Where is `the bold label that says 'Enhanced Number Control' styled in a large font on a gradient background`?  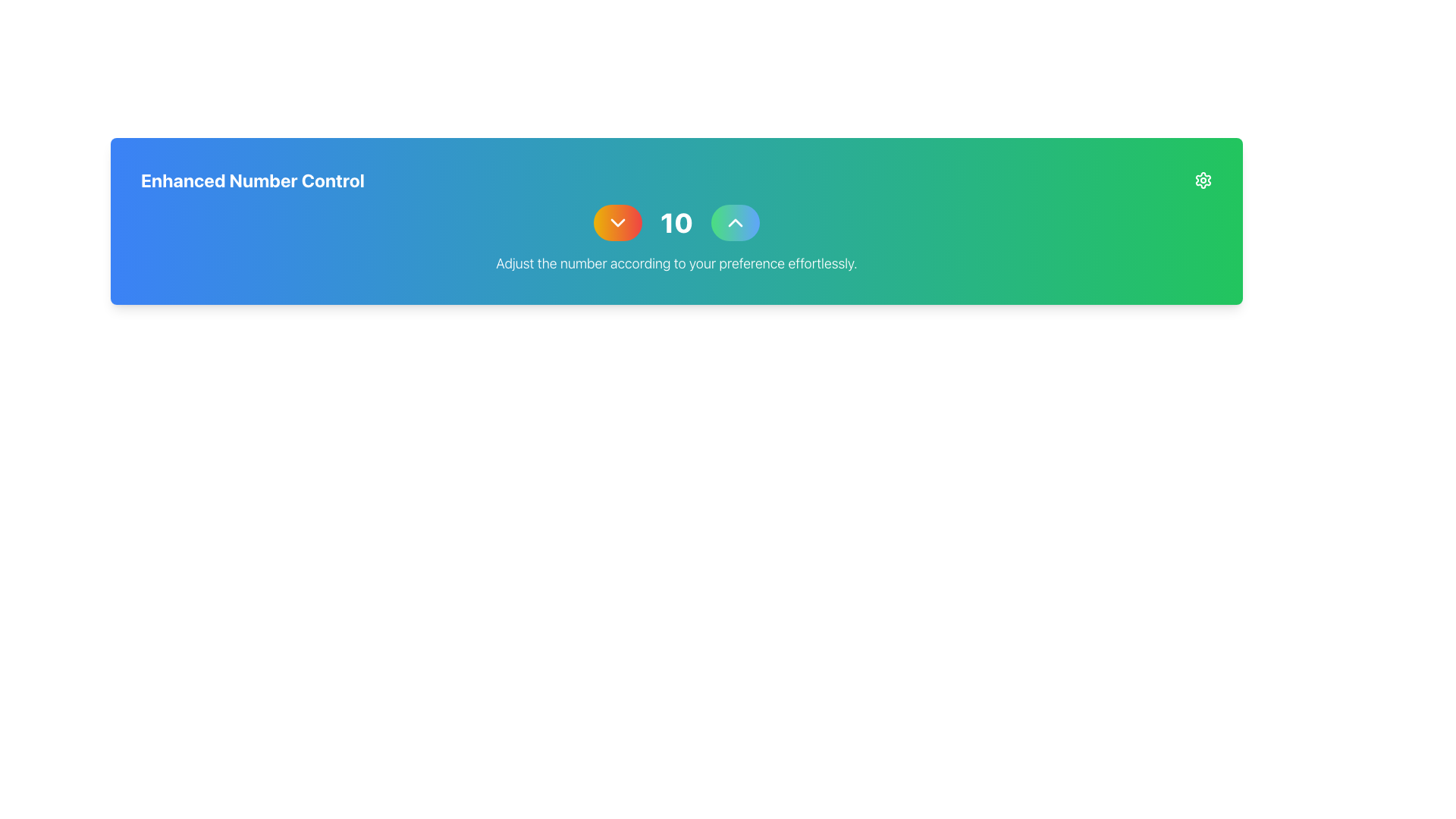
the bold label that says 'Enhanced Number Control' styled in a large font on a gradient background is located at coordinates (253, 180).